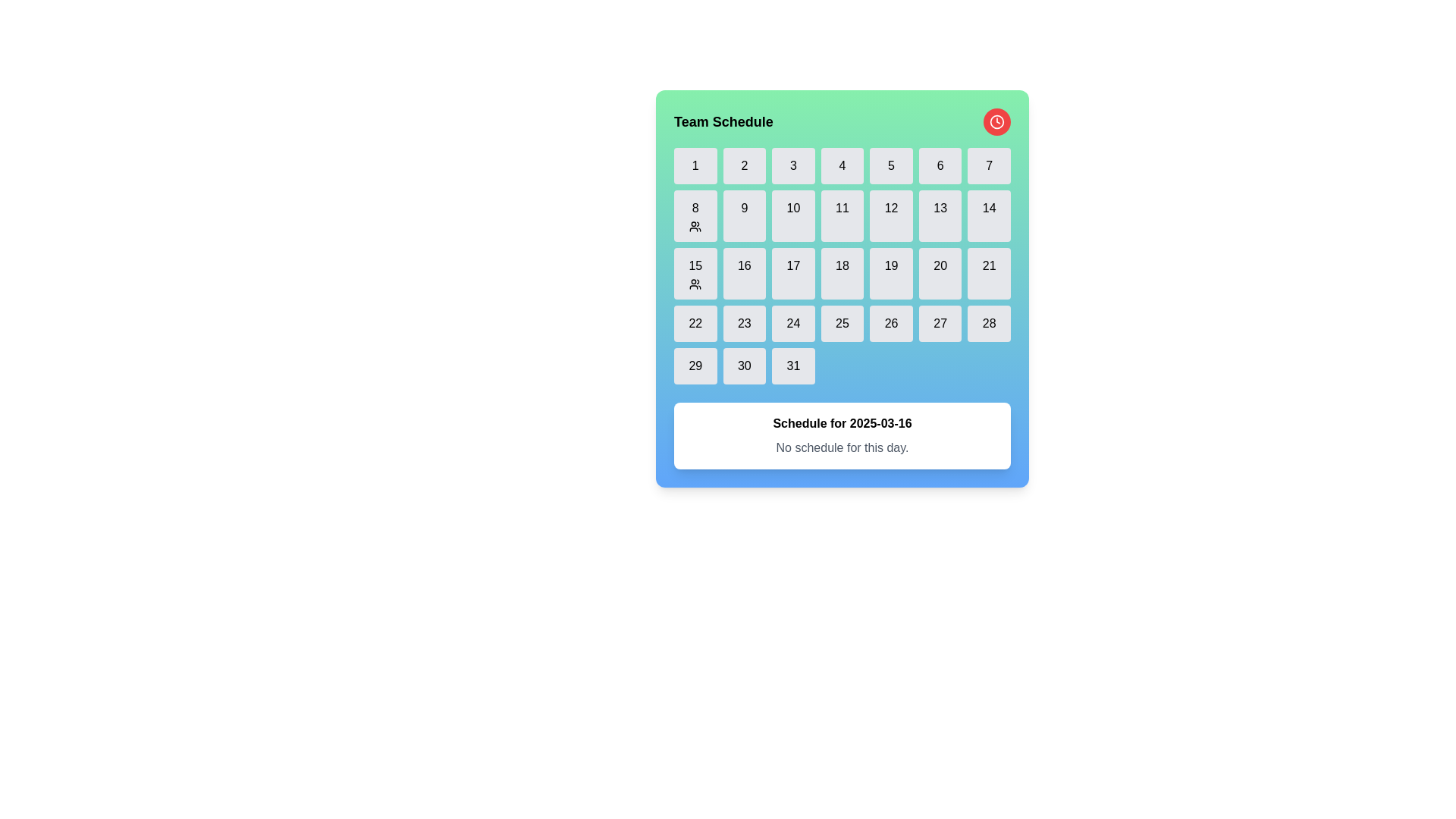  What do you see at coordinates (841, 323) in the screenshot?
I see `the button representing the 25th day in the calendar interface under 'Team Schedule'` at bounding box center [841, 323].